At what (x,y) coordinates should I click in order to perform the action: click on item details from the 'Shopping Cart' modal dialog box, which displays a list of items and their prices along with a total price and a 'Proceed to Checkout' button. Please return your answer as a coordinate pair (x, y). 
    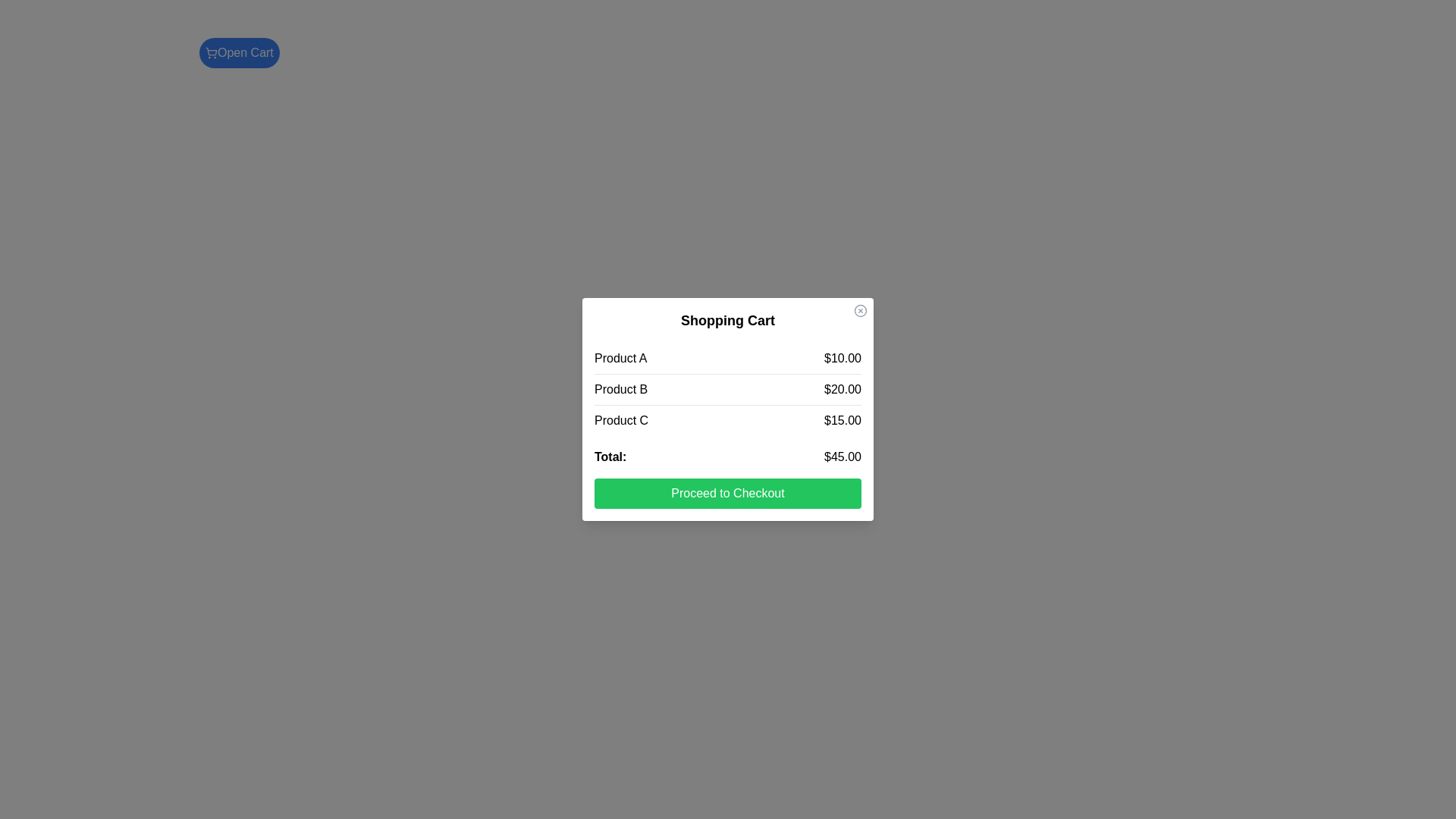
    Looking at the image, I should click on (728, 409).